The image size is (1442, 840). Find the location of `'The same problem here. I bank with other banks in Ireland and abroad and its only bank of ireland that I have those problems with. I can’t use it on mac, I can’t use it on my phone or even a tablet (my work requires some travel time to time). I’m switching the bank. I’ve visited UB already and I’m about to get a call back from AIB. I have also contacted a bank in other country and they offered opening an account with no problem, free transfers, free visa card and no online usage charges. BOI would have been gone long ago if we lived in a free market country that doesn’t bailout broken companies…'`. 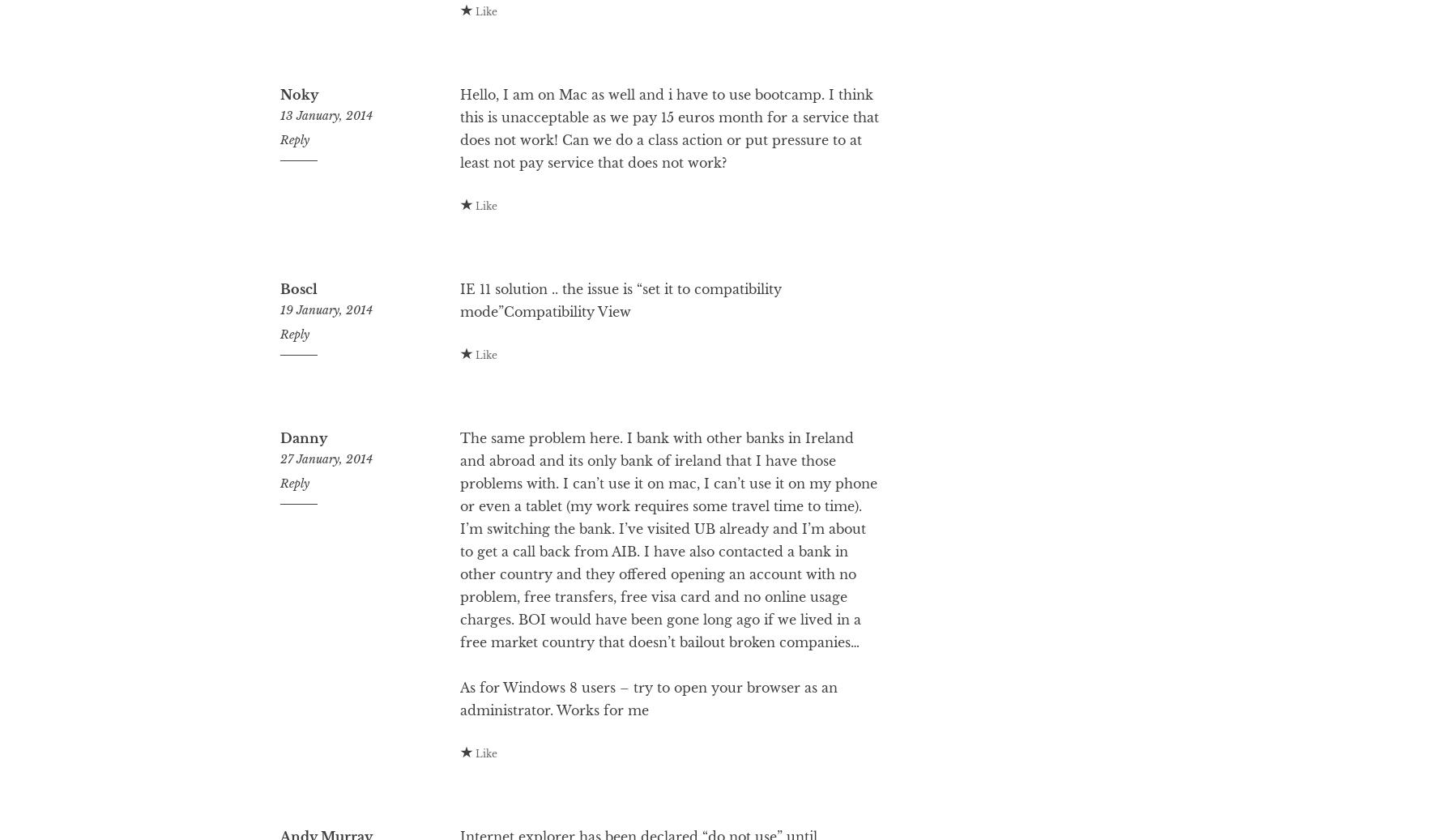

'The same problem here. I bank with other banks in Ireland and abroad and its only bank of ireland that I have those problems with. I can’t use it on mac, I can’t use it on my phone or even a tablet (my work requires some travel time to time). I’m switching the bank. I’ve visited UB already and I’m about to get a call back from AIB. I have also contacted a bank in other country and they offered opening an account with no problem, free transfers, free visa card and no online usage charges. BOI would have been gone long ago if we lived in a free market country that doesn’t bailout broken companies…' is located at coordinates (667, 604).